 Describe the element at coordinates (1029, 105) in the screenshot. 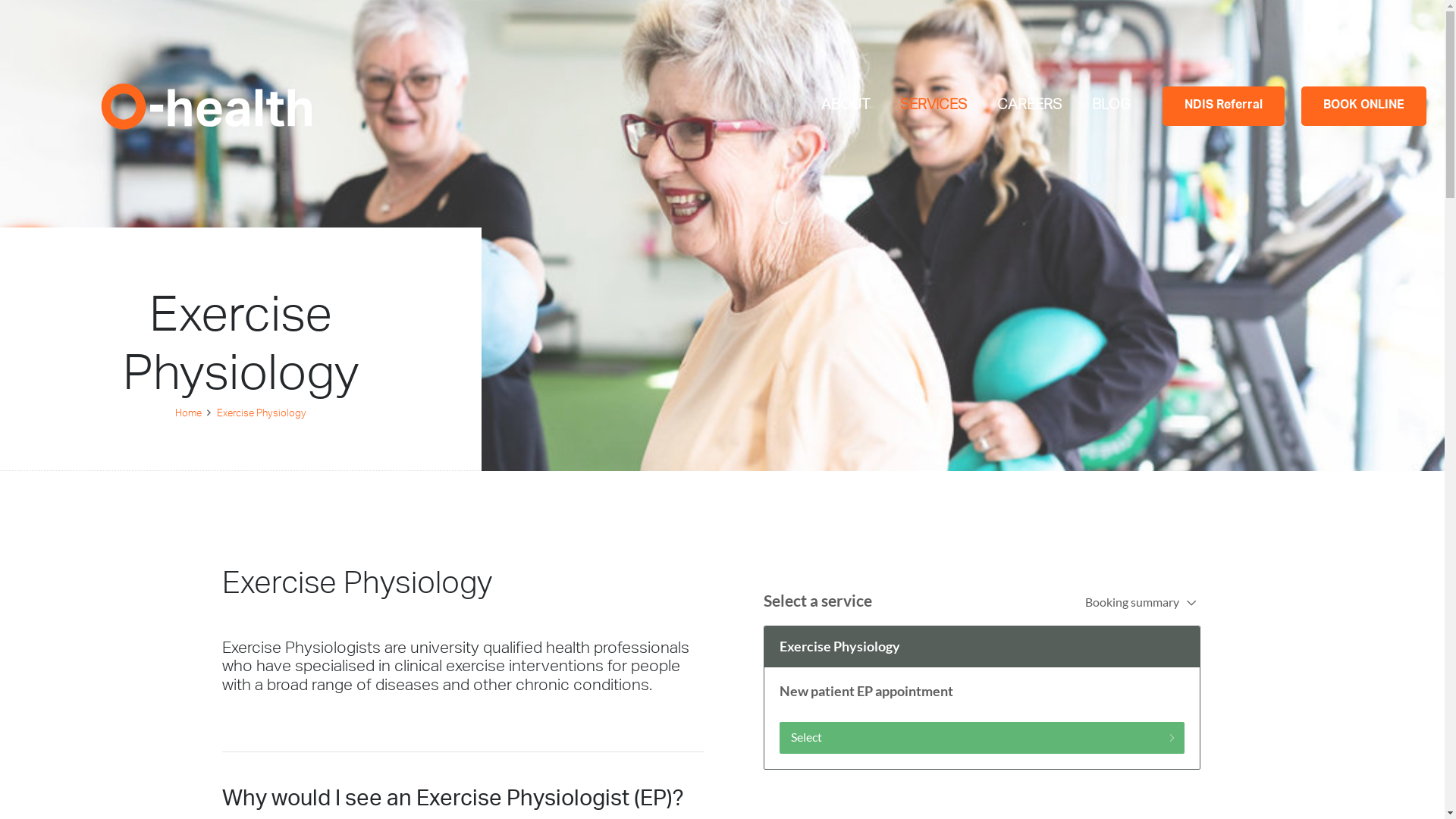

I see `'CAREERS'` at that location.